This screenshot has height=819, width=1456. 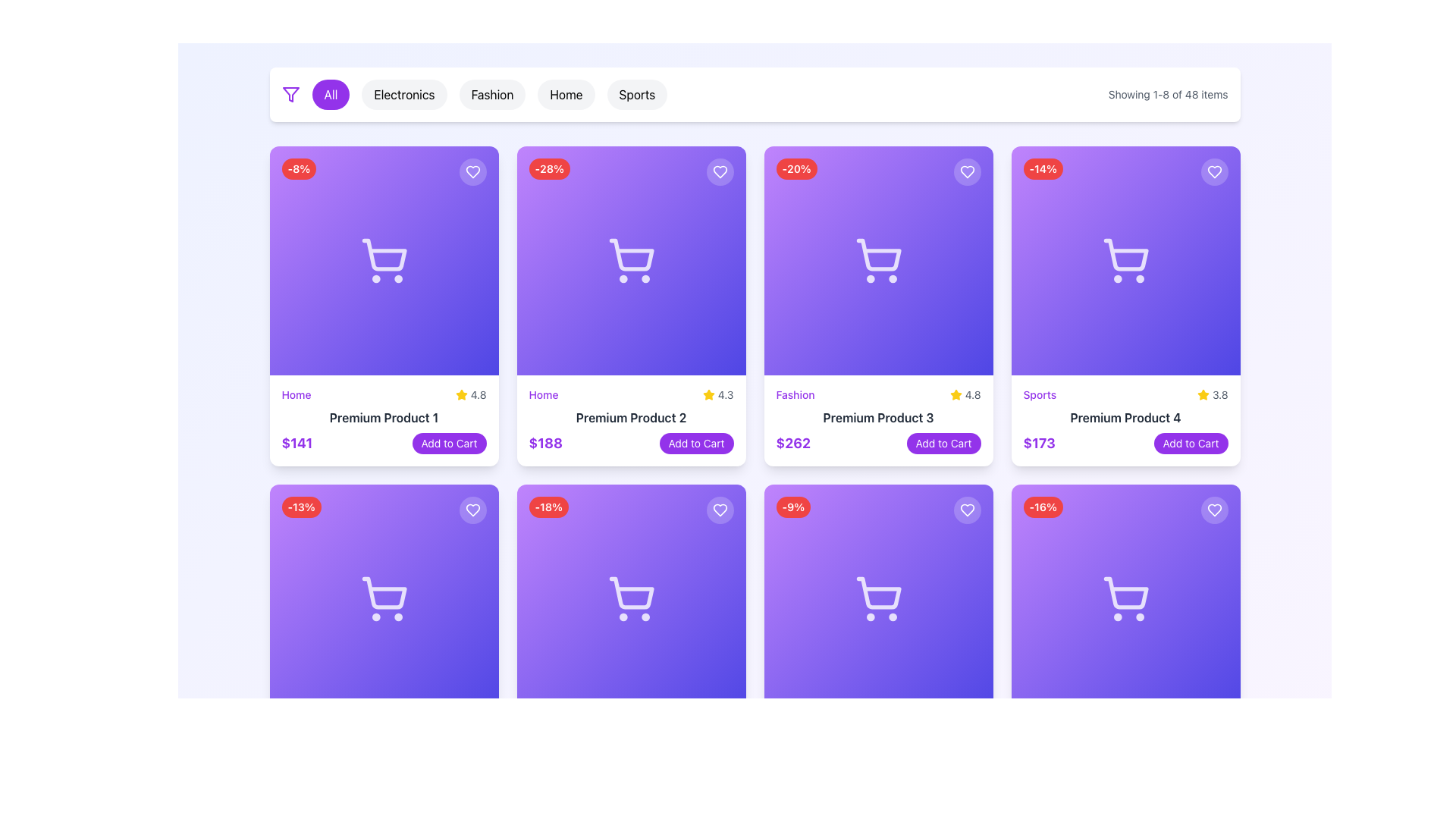 What do you see at coordinates (1214, 171) in the screenshot?
I see `the favorite button located in the upper-right corner of the card for 'Premium Product 4' to mark the product as favorite` at bounding box center [1214, 171].